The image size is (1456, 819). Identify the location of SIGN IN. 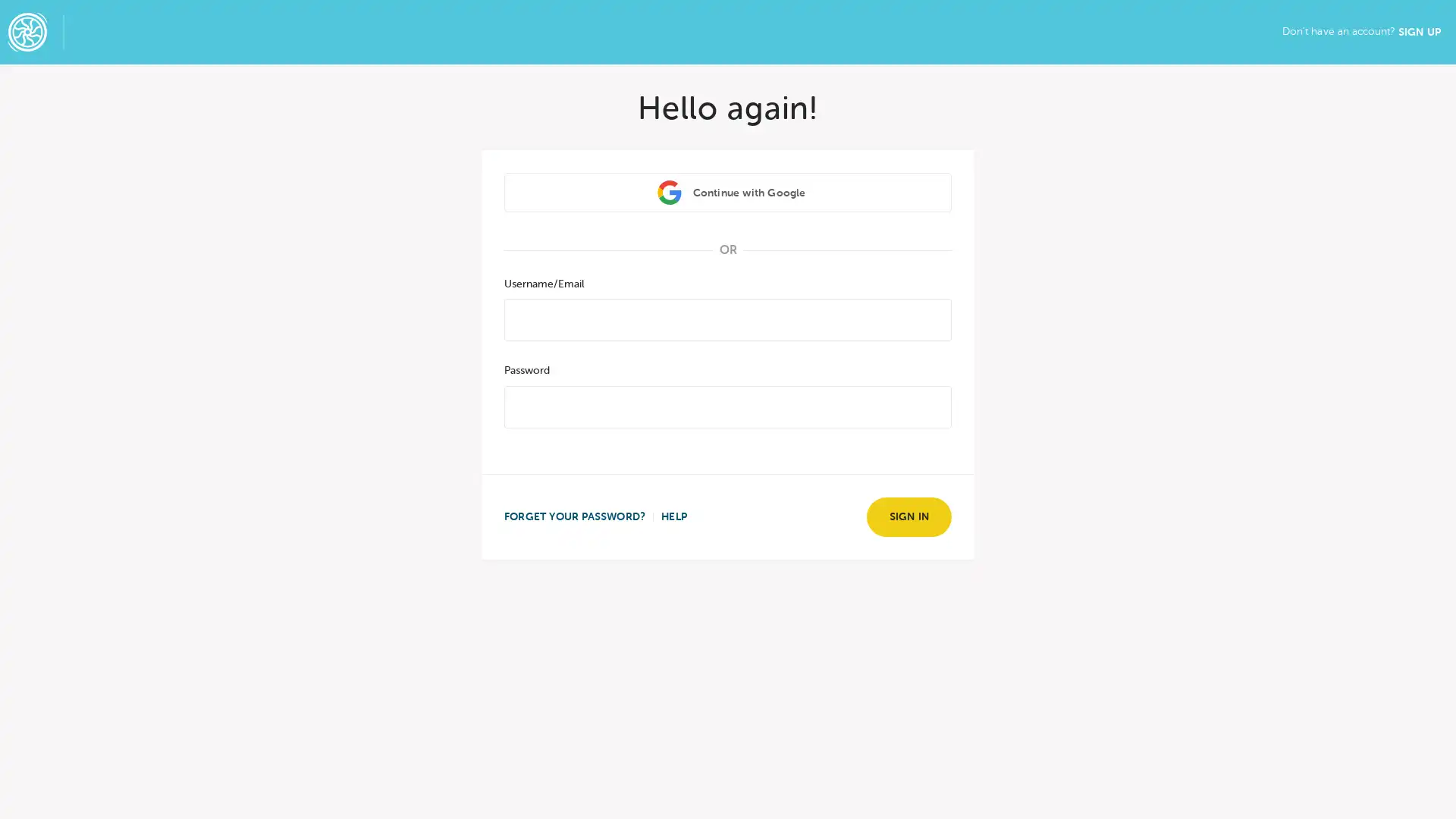
(908, 516).